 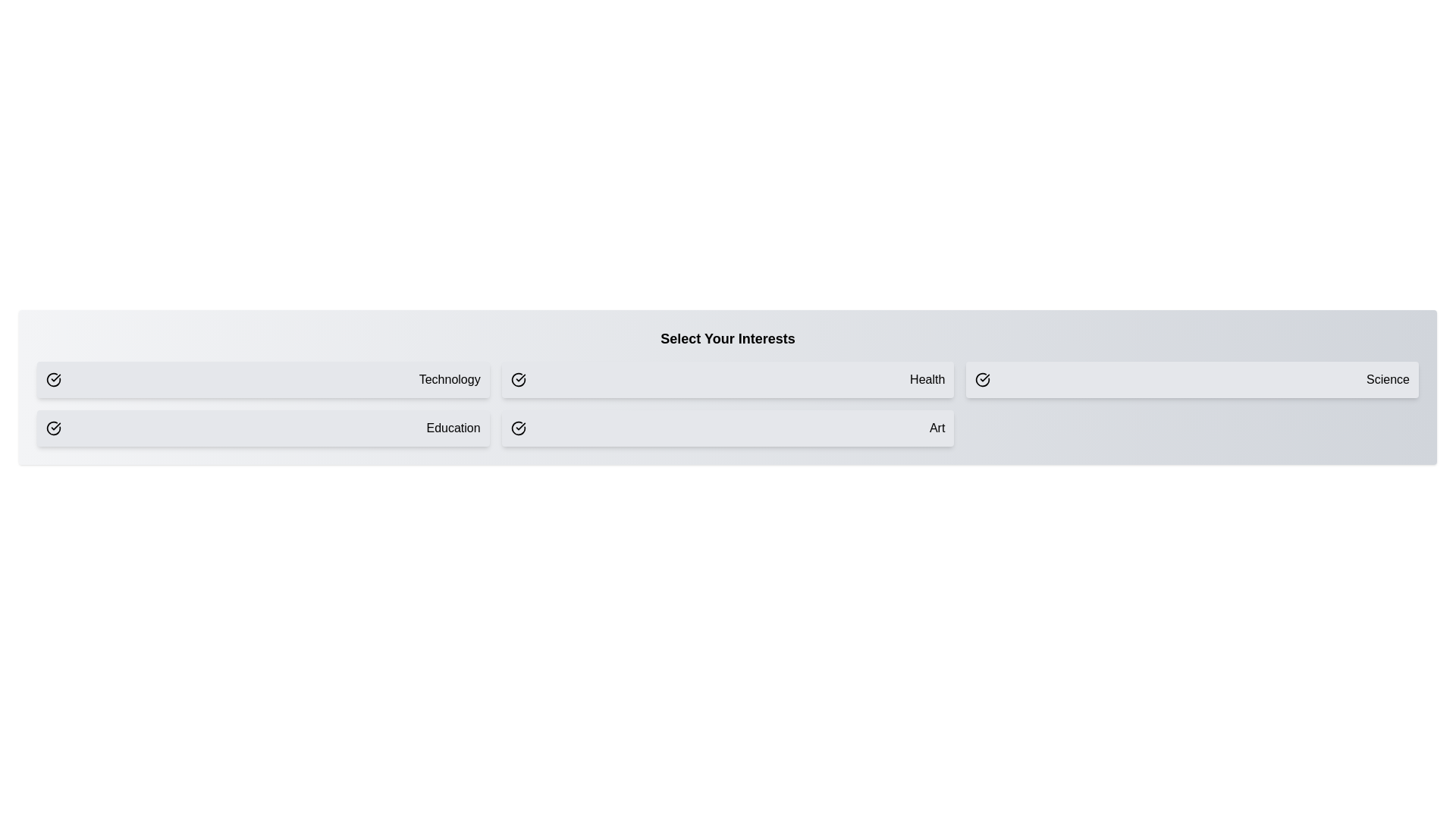 I want to click on the button corresponding to the interest Health to toggle its selection, so click(x=728, y=379).